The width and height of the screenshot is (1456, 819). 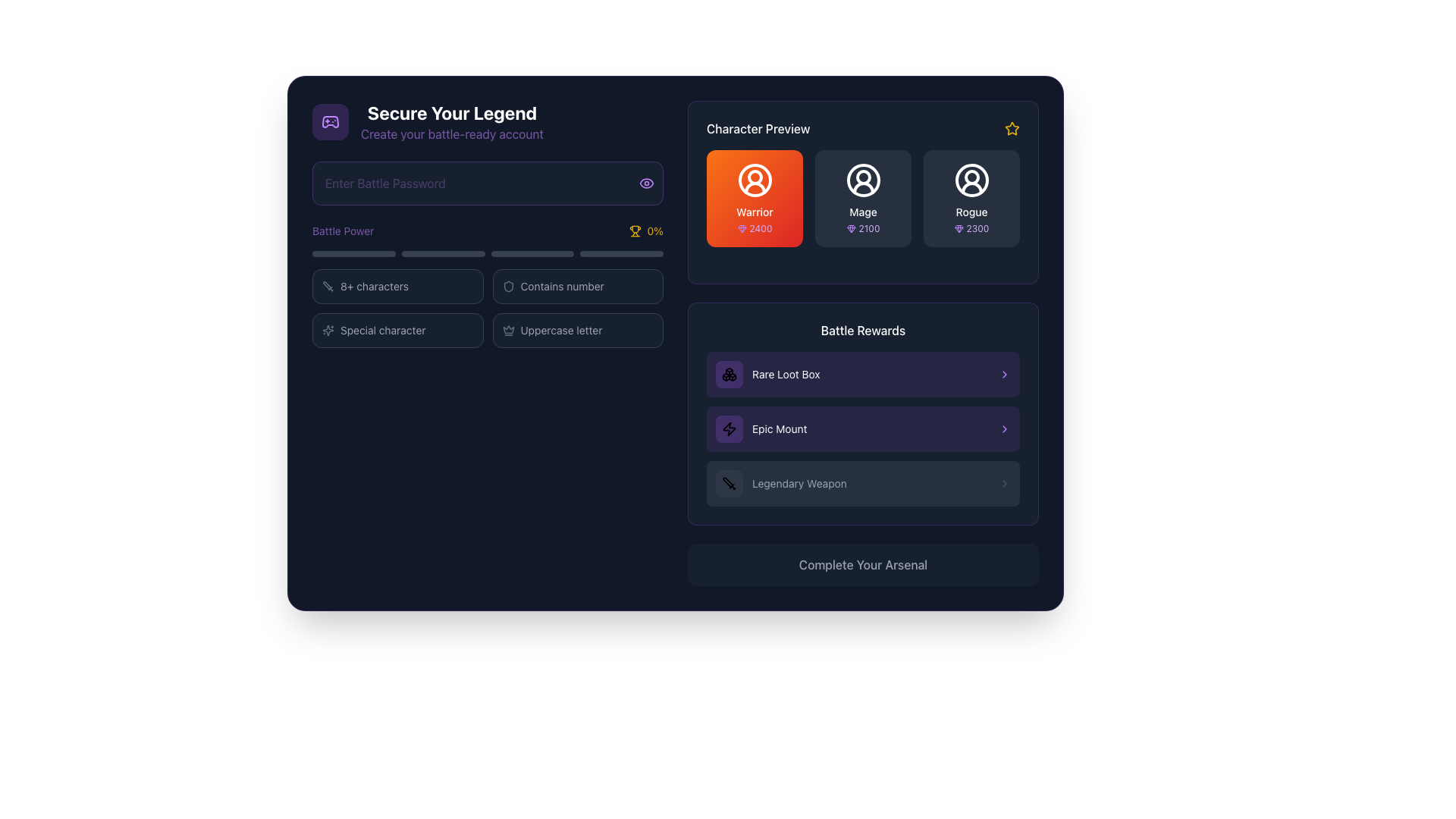 I want to click on the 'Mage' character label in the 'Character Preview' section, which is the second label from the left, positioned above '2100' and a gem icon, so click(x=863, y=212).